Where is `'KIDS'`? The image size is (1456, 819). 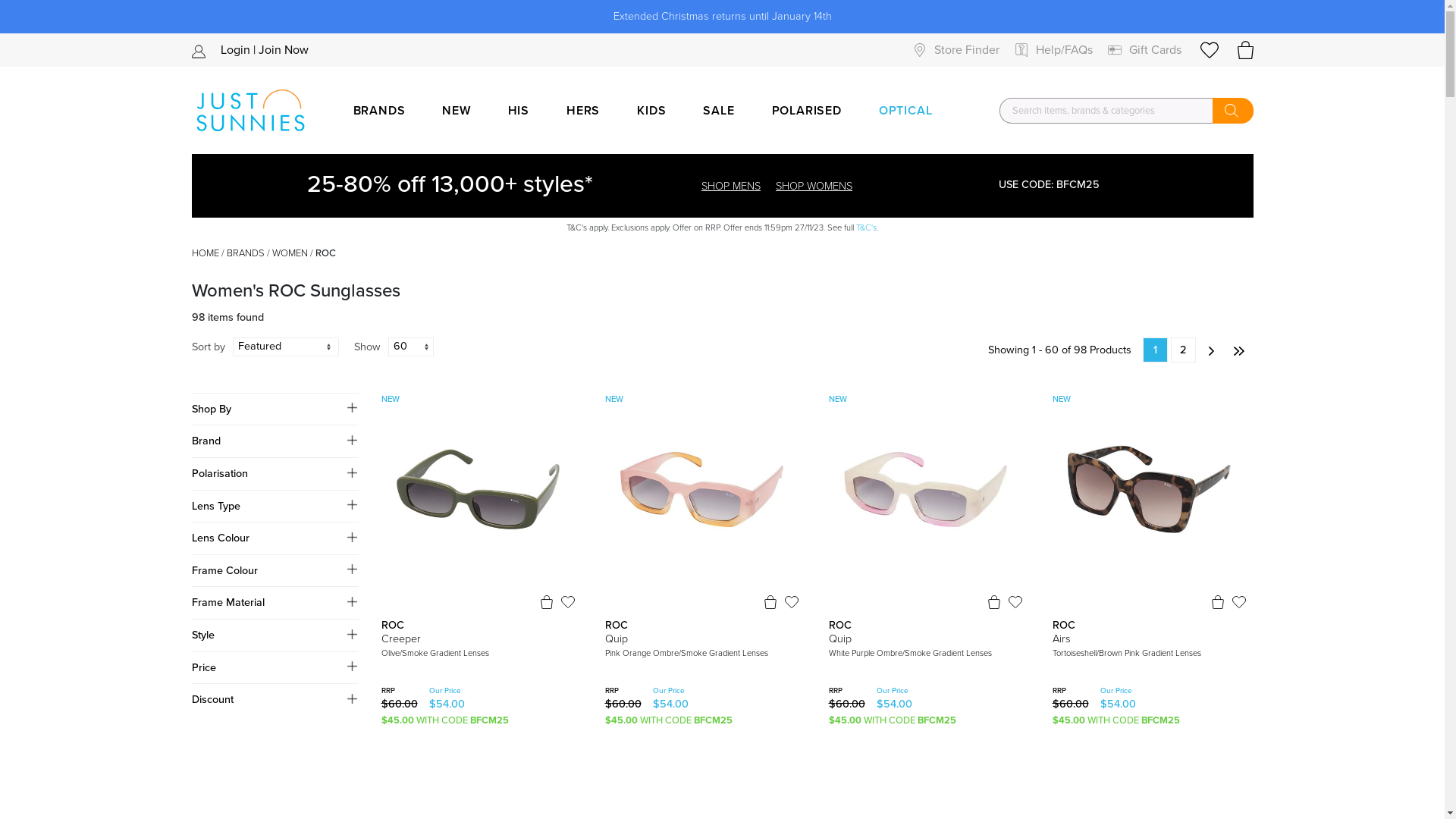
'KIDS' is located at coordinates (651, 109).